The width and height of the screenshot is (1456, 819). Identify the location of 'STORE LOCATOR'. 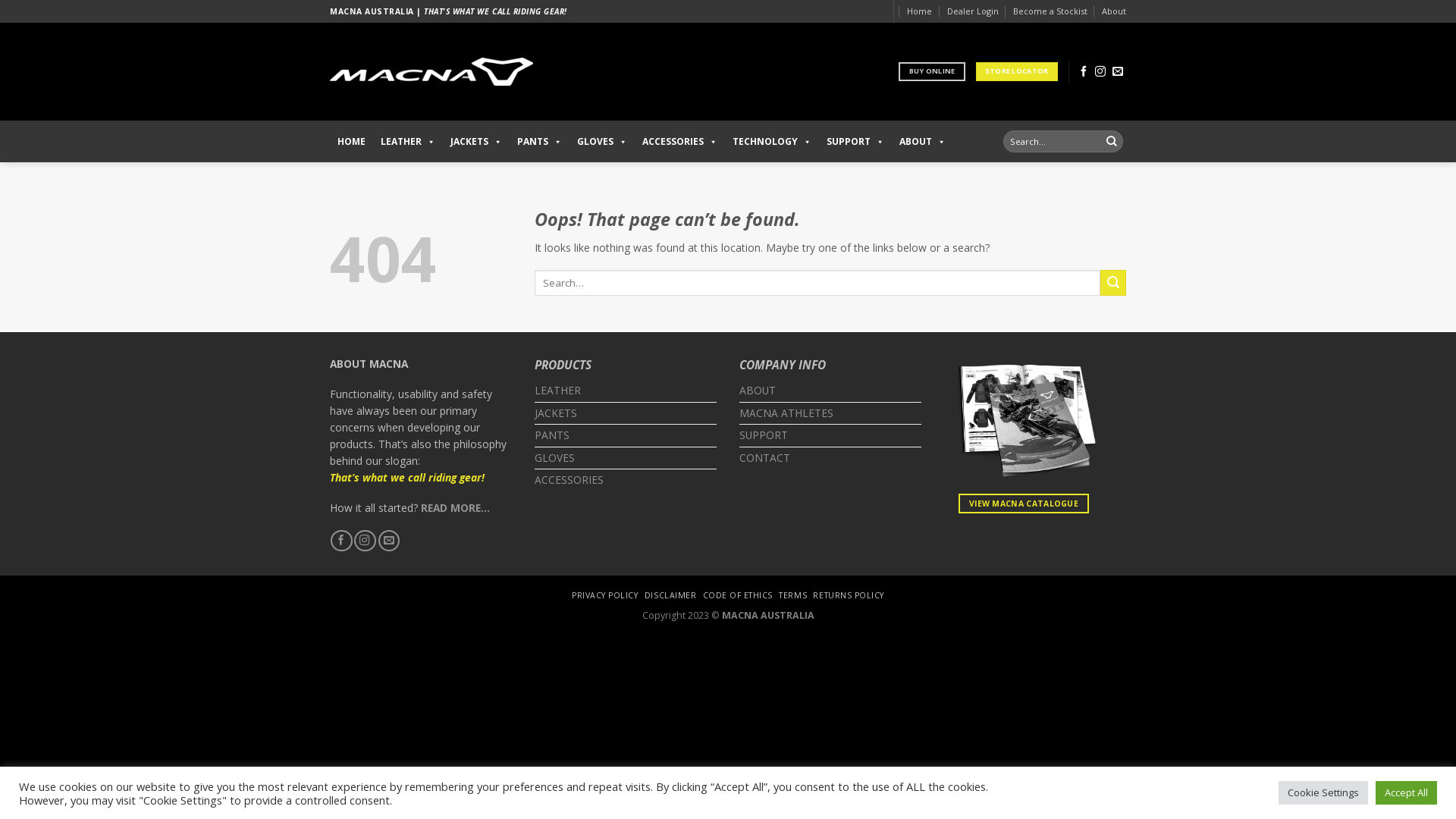
(1016, 71).